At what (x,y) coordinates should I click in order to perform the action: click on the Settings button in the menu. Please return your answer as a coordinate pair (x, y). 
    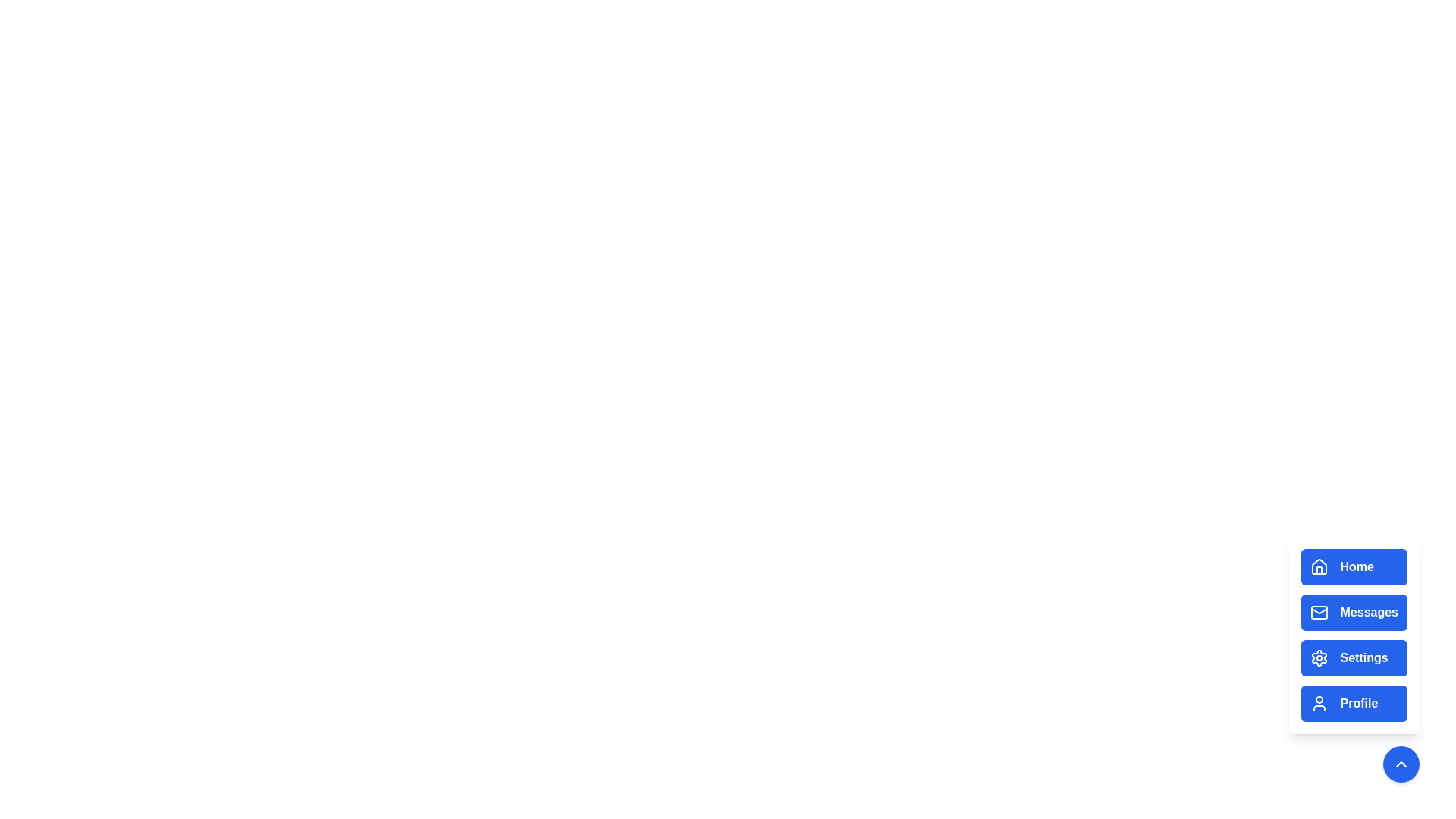
    Looking at the image, I should click on (1354, 657).